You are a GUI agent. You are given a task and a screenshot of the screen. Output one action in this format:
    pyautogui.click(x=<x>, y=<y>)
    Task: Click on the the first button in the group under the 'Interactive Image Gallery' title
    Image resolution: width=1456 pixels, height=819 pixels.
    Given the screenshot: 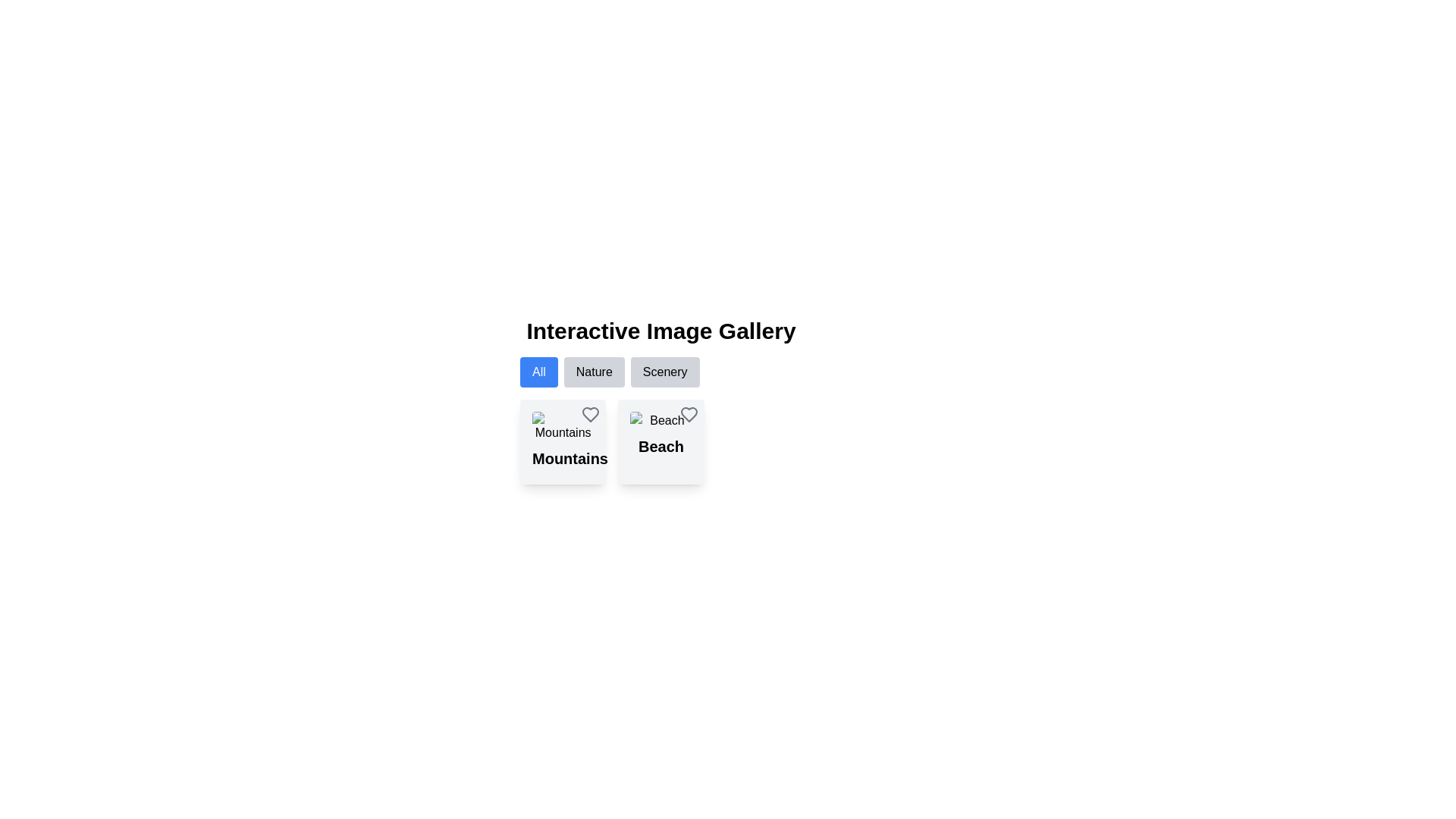 What is the action you would take?
    pyautogui.click(x=538, y=372)
    